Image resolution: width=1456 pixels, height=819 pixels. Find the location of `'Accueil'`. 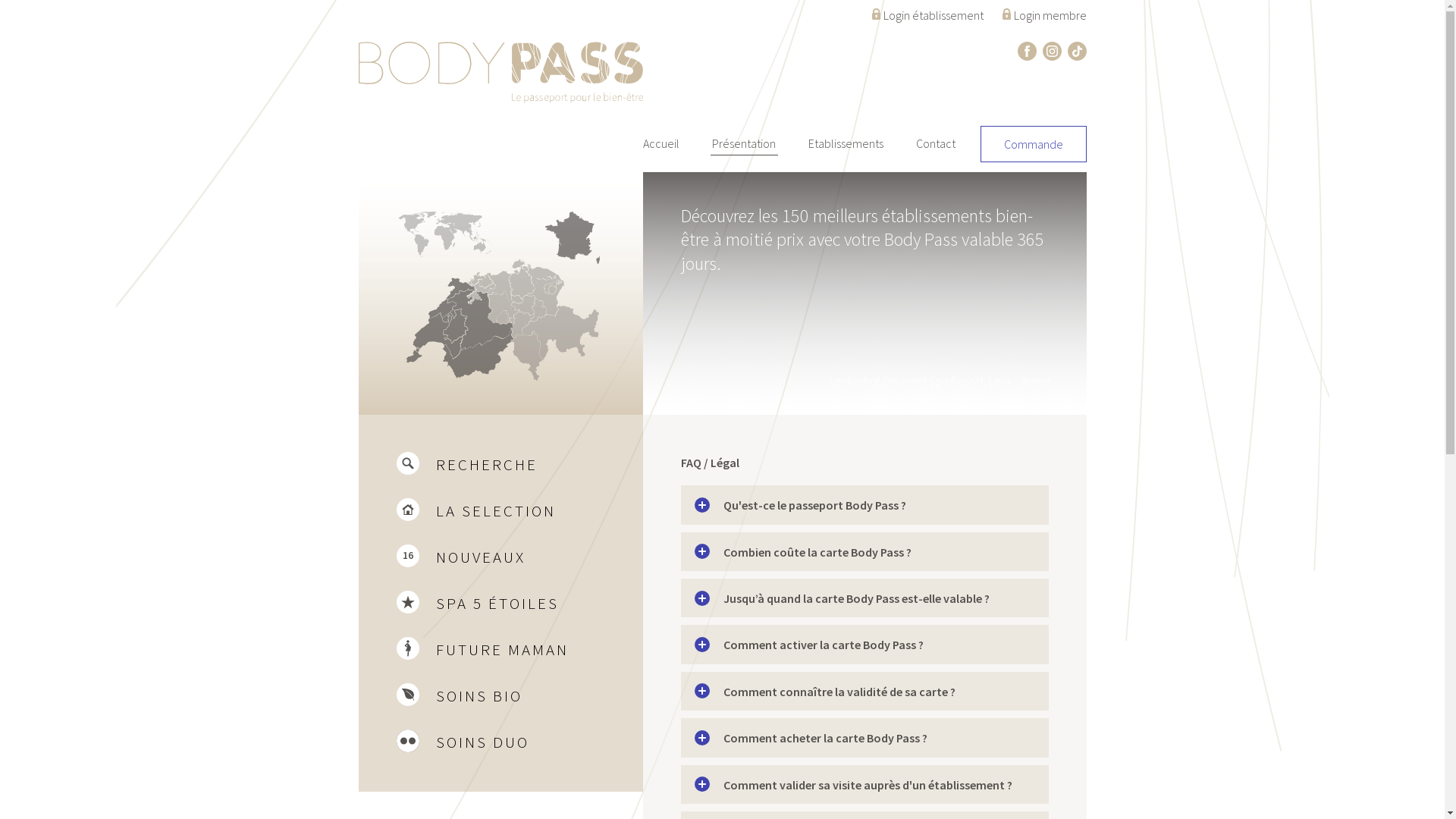

'Accueil' is located at coordinates (661, 143).